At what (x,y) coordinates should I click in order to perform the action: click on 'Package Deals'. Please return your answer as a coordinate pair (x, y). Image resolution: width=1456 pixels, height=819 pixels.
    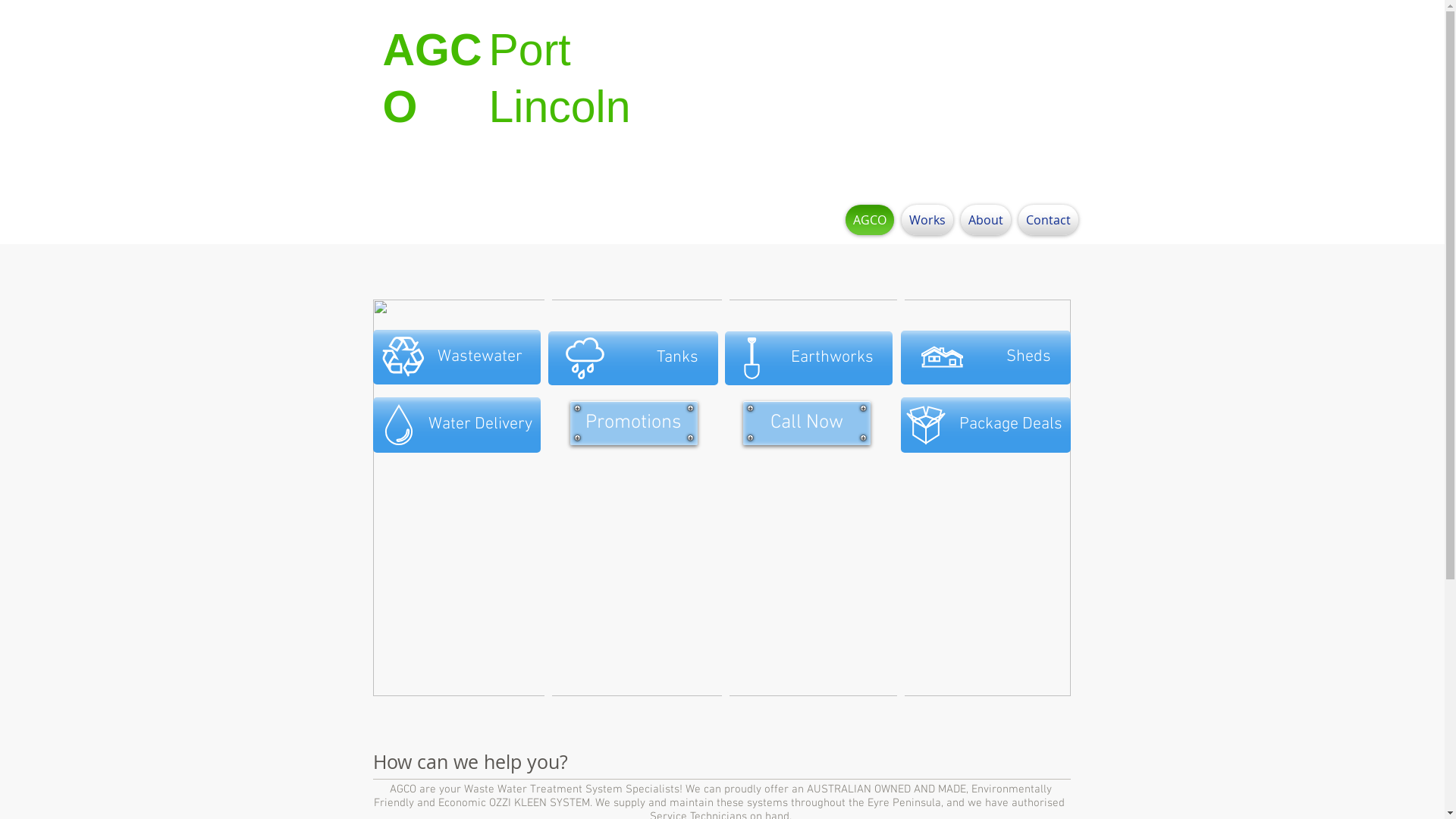
    Looking at the image, I should click on (901, 425).